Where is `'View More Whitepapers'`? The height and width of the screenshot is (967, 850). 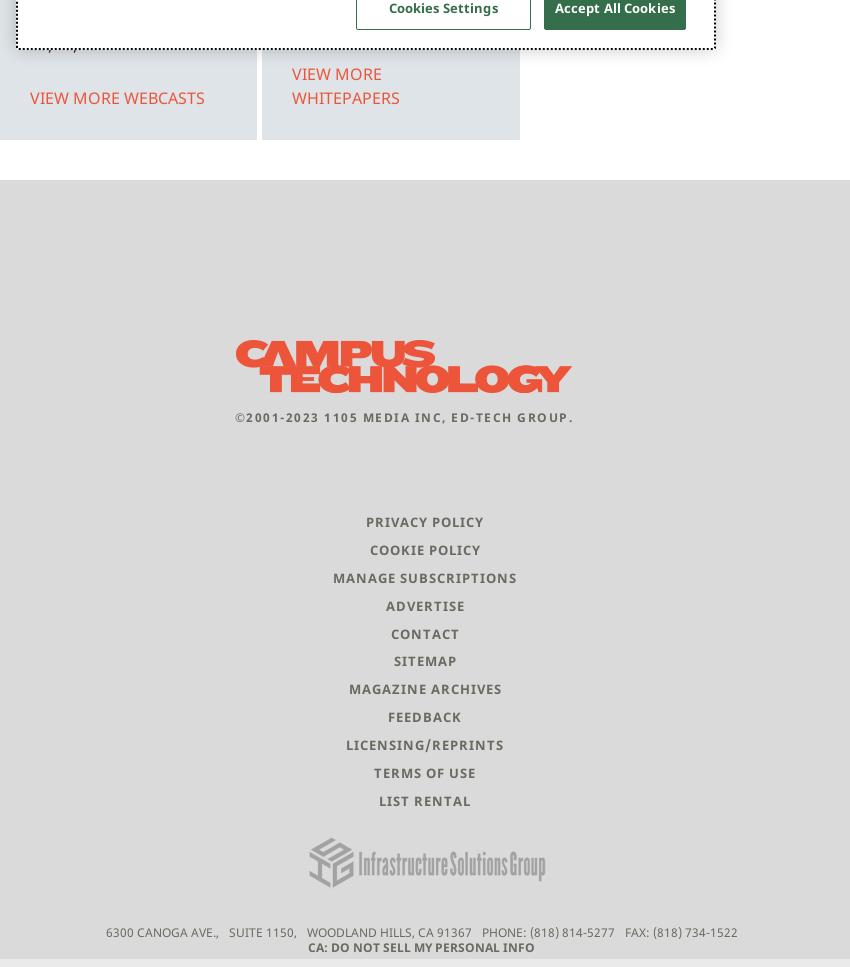
'View More Whitepapers' is located at coordinates (345, 84).